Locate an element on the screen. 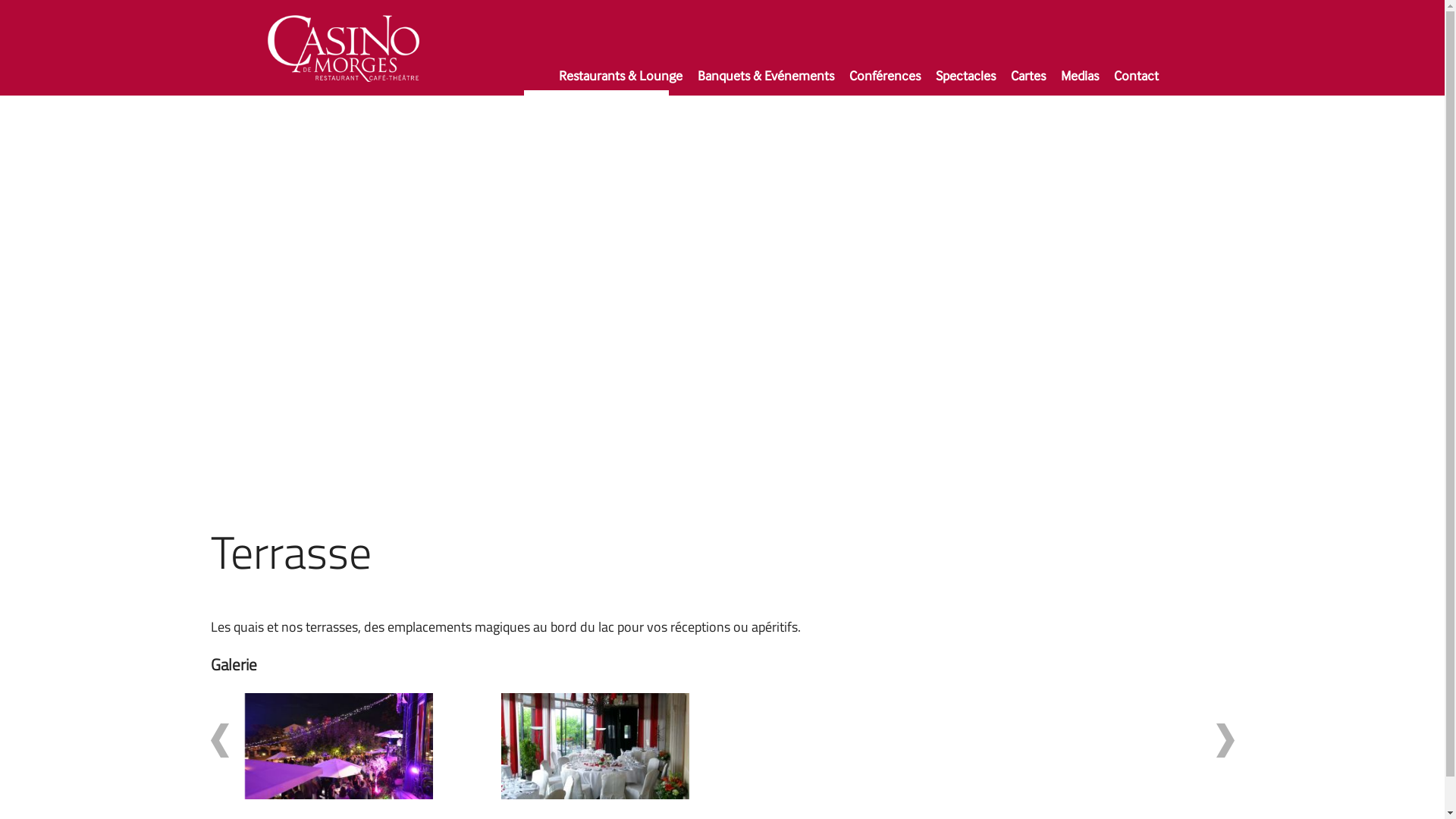 This screenshot has height=819, width=1456. 'Cartes' is located at coordinates (1028, 82).